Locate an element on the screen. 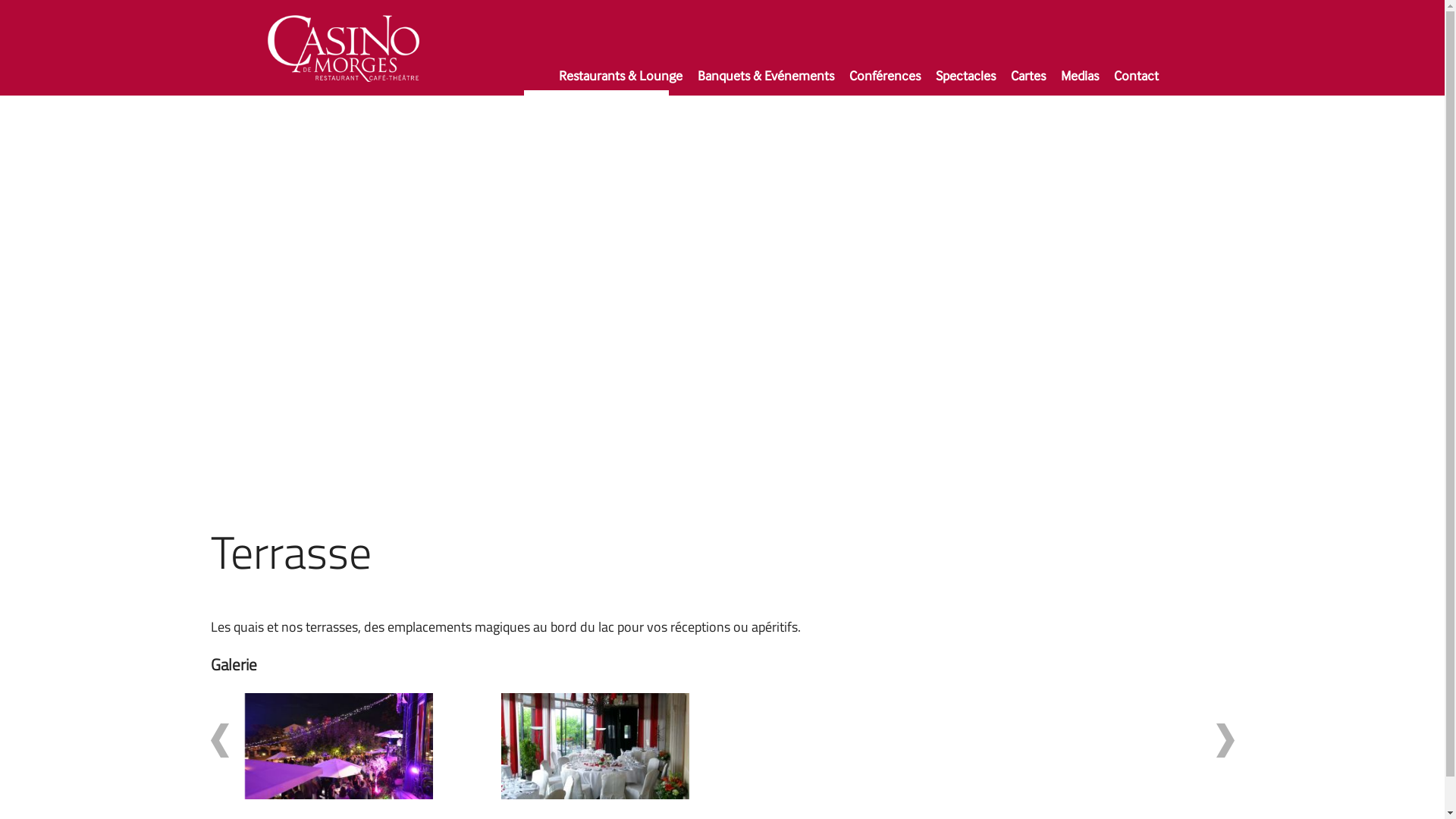 This screenshot has height=819, width=1456. 'Cartes' is located at coordinates (1028, 82).